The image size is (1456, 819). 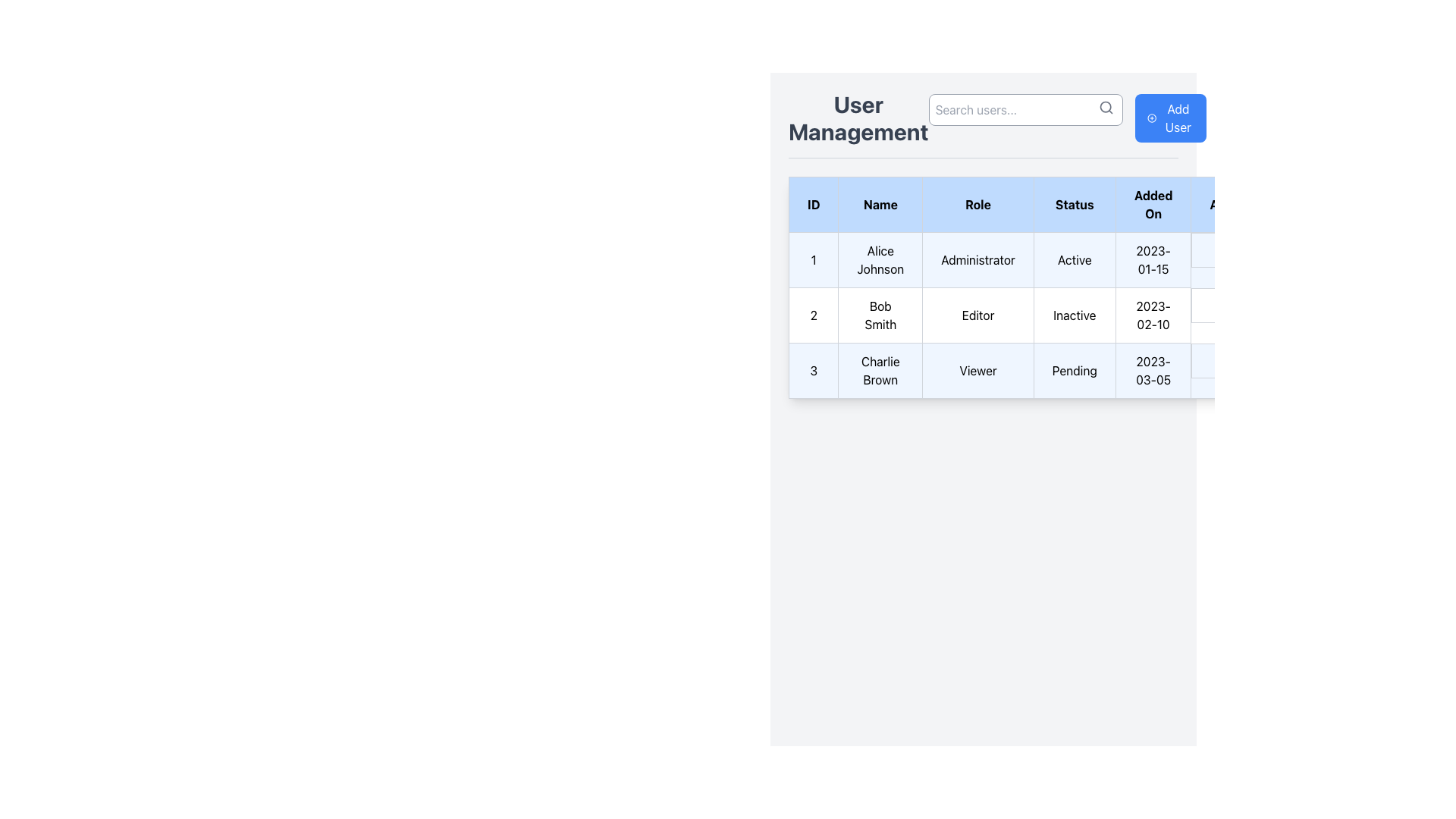 I want to click on the static text in the first cell of the second row of the table, which contains the number '2', so click(x=813, y=315).